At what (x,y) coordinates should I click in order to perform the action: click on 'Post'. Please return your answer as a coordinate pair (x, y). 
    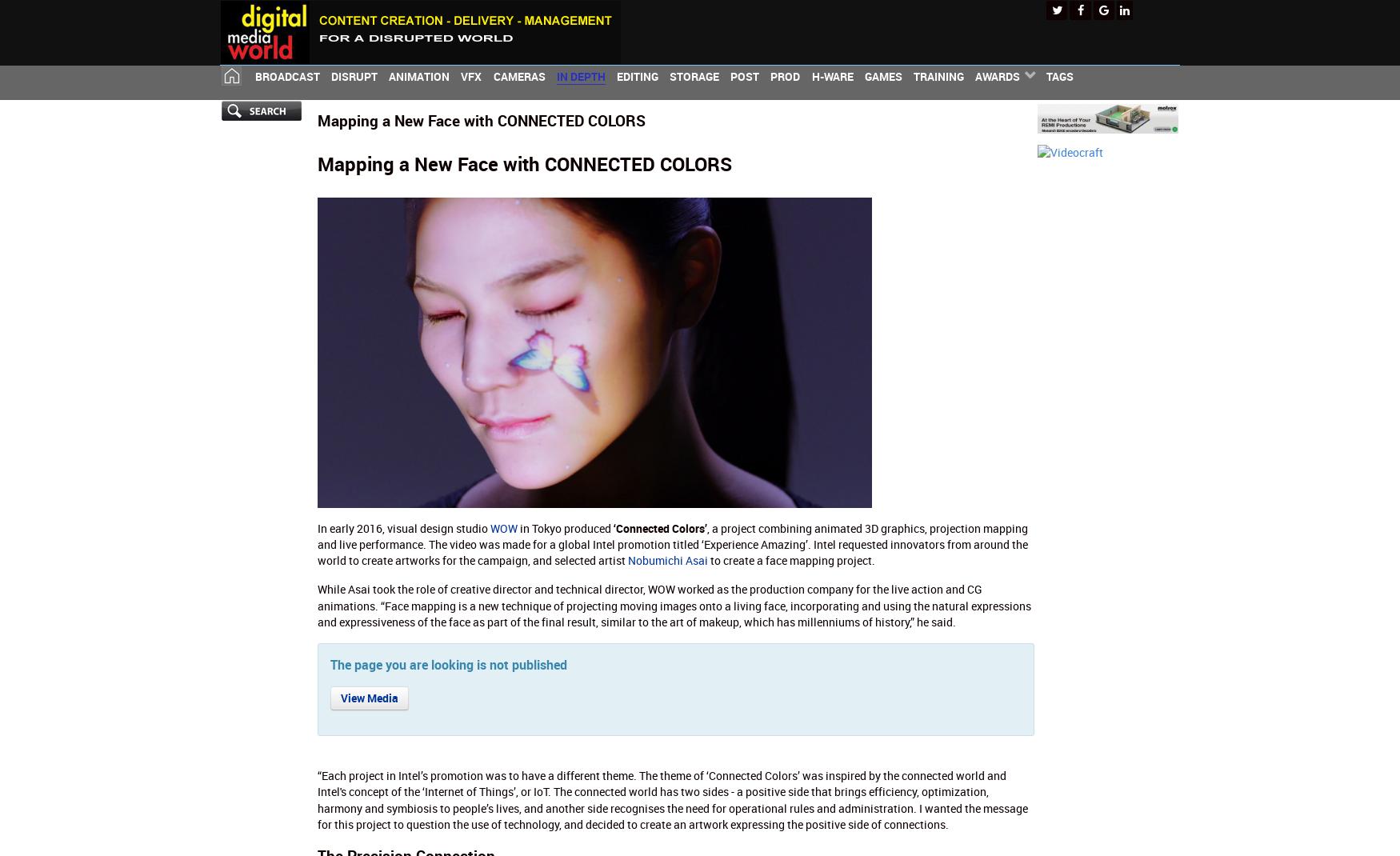
    Looking at the image, I should click on (744, 75).